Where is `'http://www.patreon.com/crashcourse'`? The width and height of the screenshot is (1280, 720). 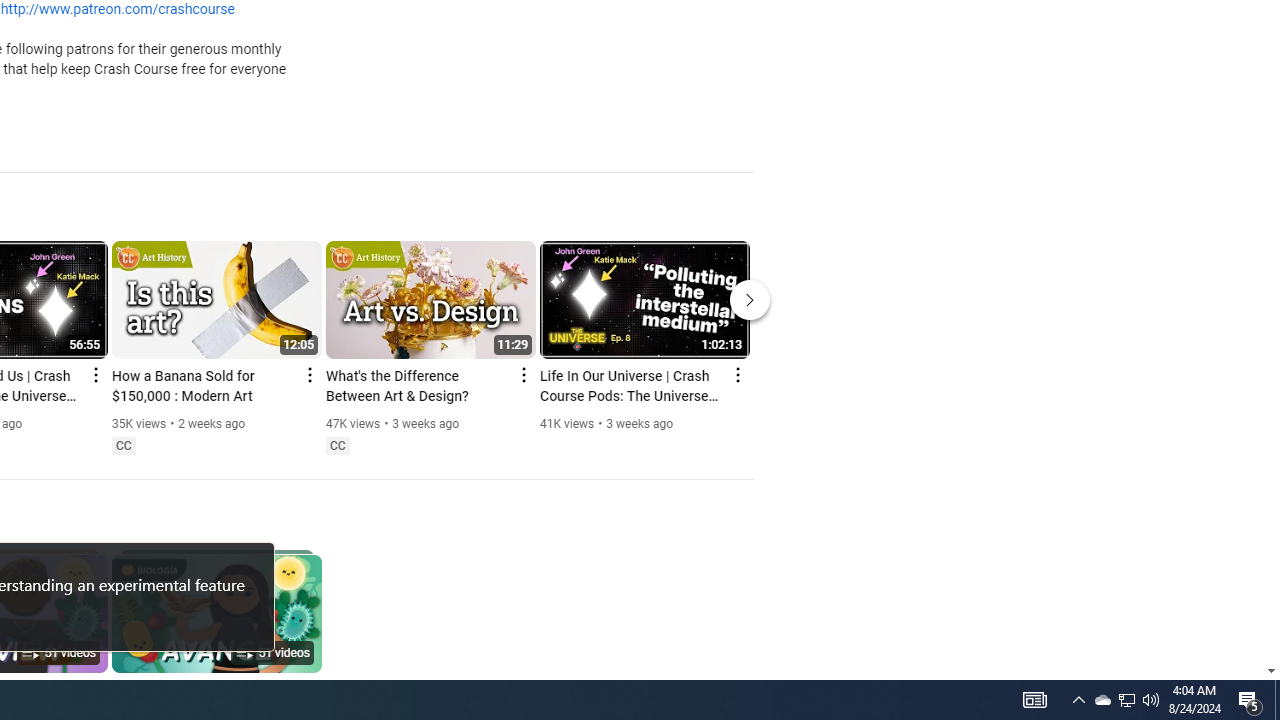
'http://www.patreon.com/crashcourse' is located at coordinates (116, 10).